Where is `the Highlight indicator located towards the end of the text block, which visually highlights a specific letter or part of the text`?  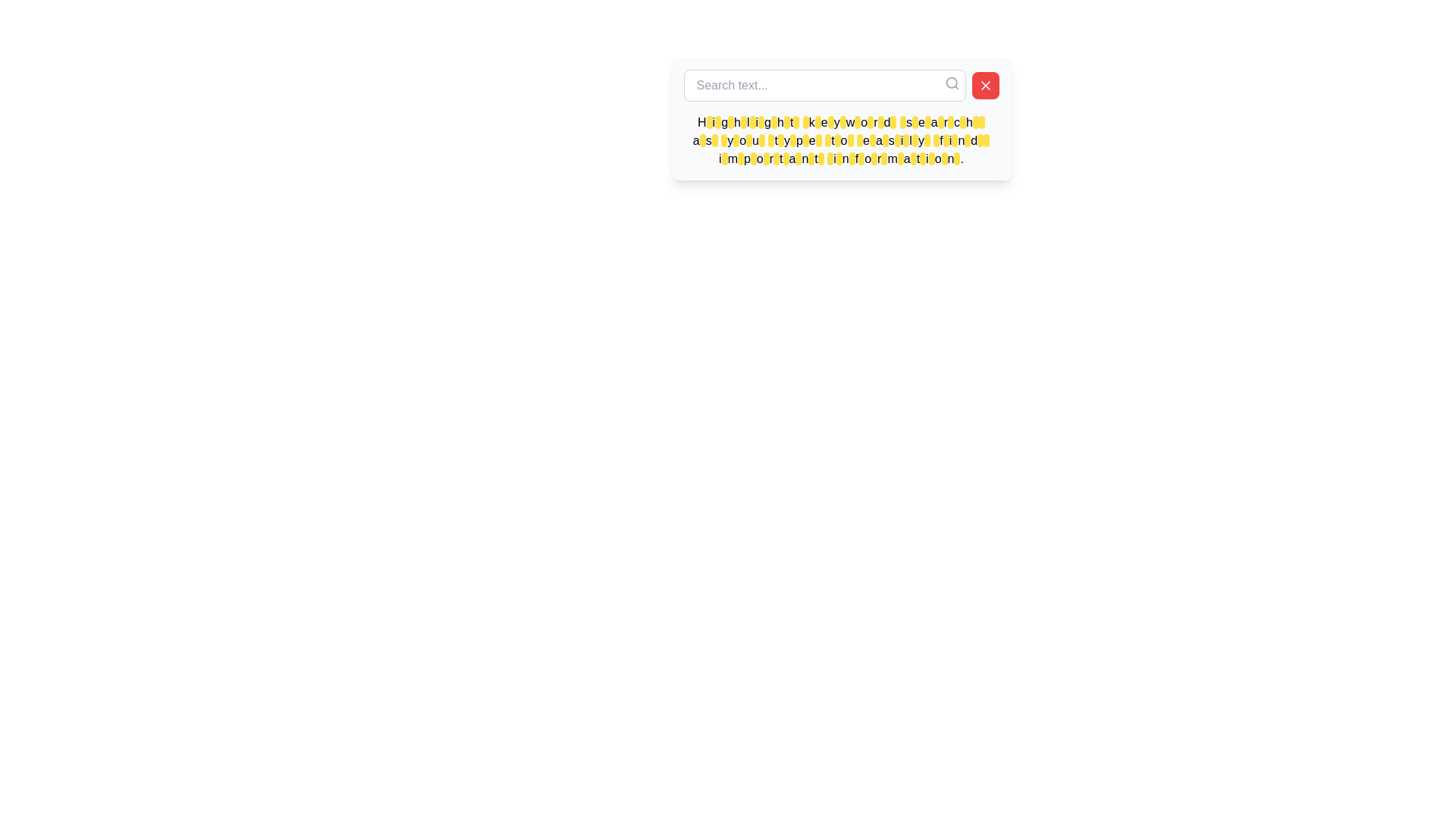
the Highlight indicator located towards the end of the text block, which visually highlights a specific letter or part of the text is located at coordinates (956, 158).